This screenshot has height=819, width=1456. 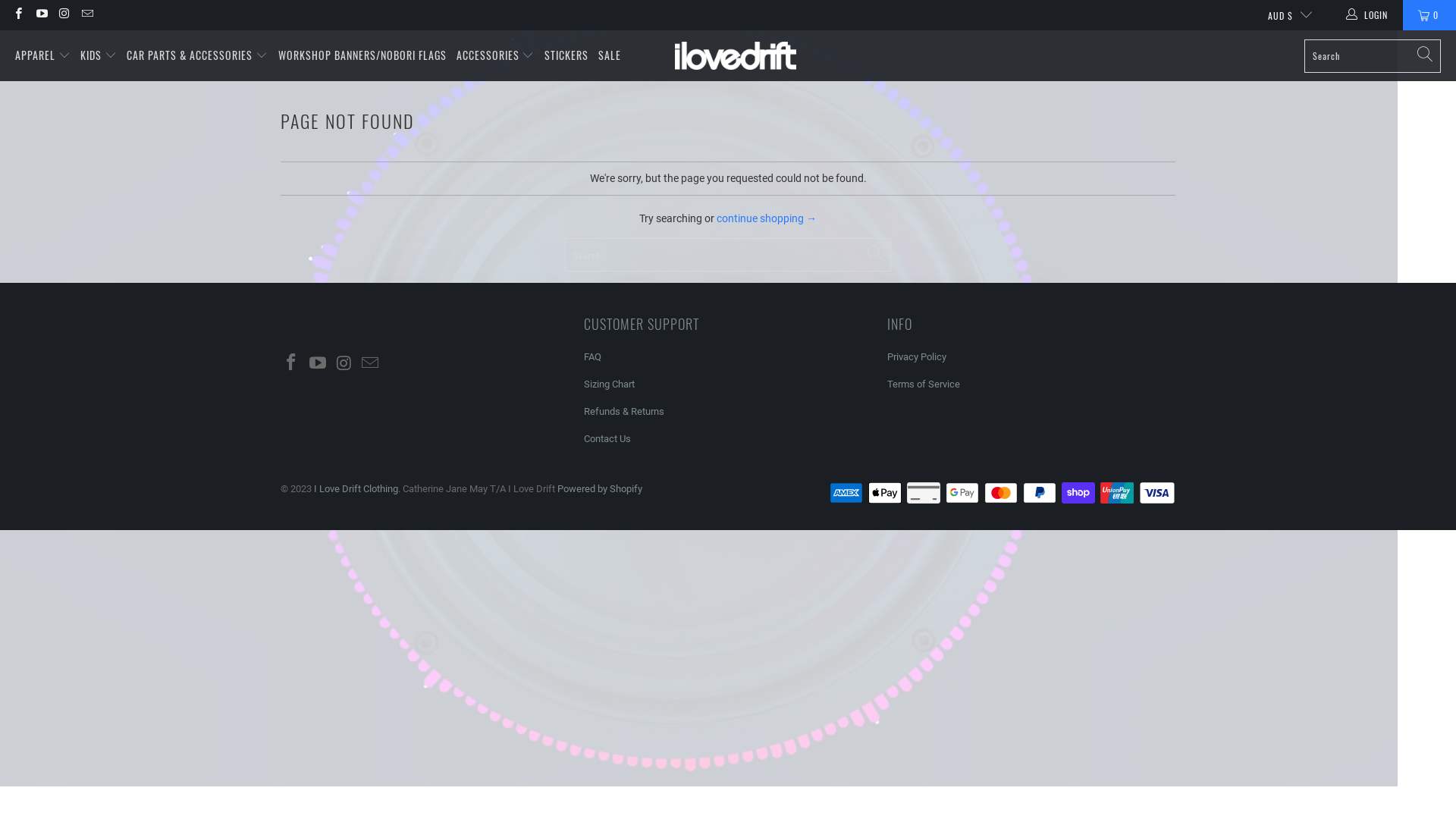 I want to click on 'CAR PARTS & ACCESSORIES', so click(x=196, y=55).